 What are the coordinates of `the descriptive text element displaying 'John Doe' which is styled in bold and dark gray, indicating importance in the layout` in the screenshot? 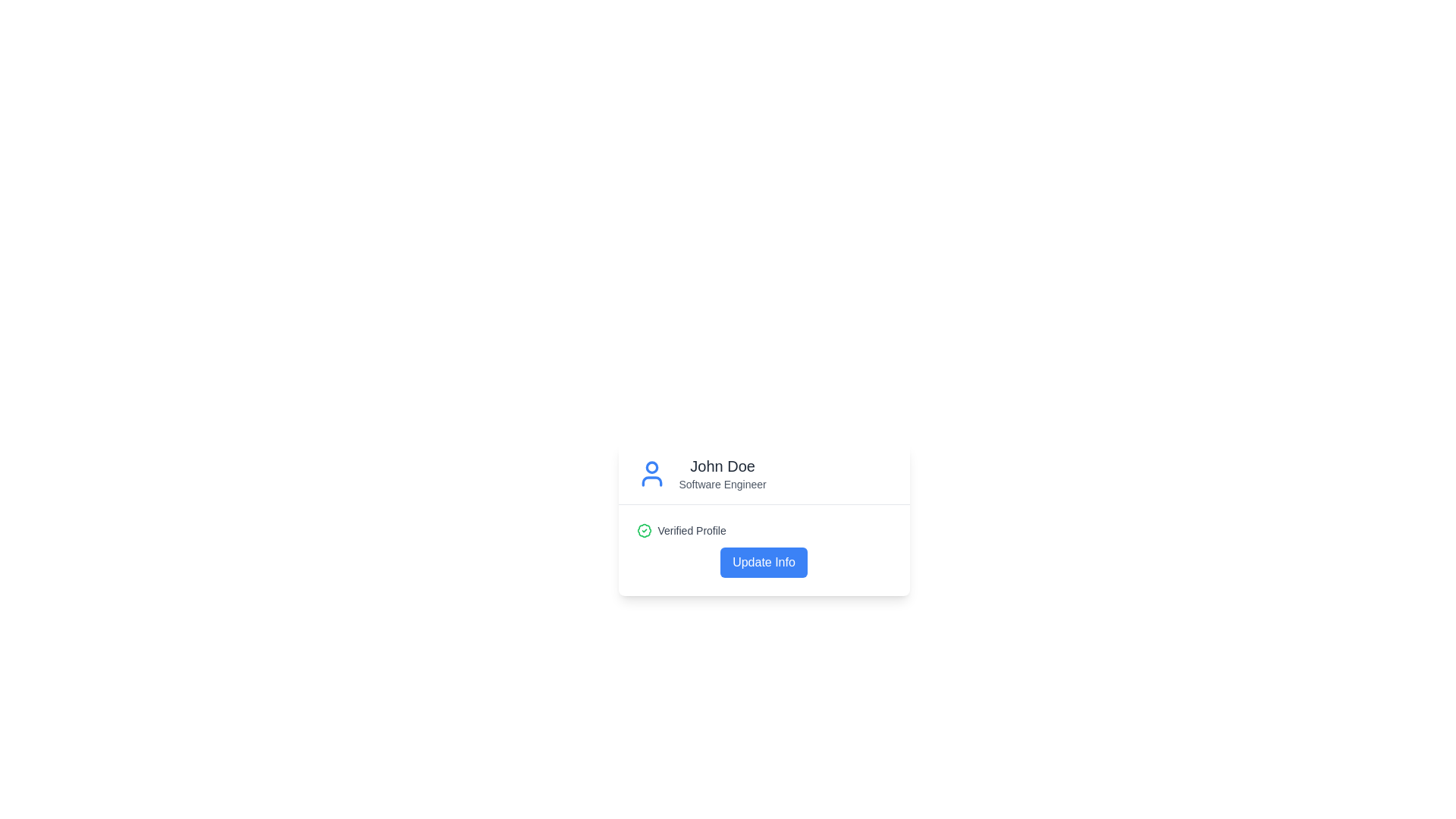 It's located at (722, 465).